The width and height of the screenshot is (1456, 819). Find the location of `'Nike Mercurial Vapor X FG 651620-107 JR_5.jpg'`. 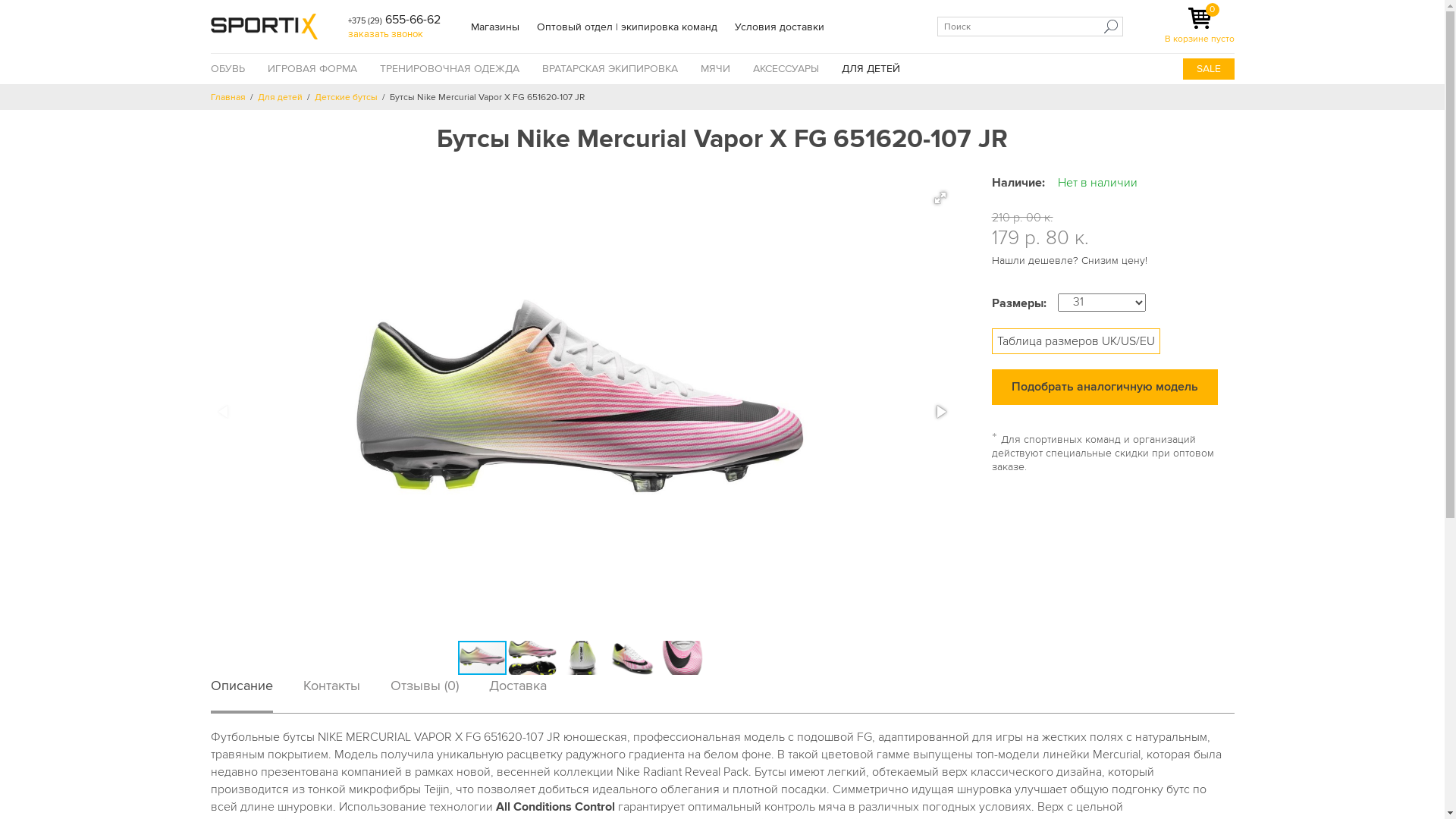

'Nike Mercurial Vapor X FG 651620-107 JR_5.jpg' is located at coordinates (682, 657).